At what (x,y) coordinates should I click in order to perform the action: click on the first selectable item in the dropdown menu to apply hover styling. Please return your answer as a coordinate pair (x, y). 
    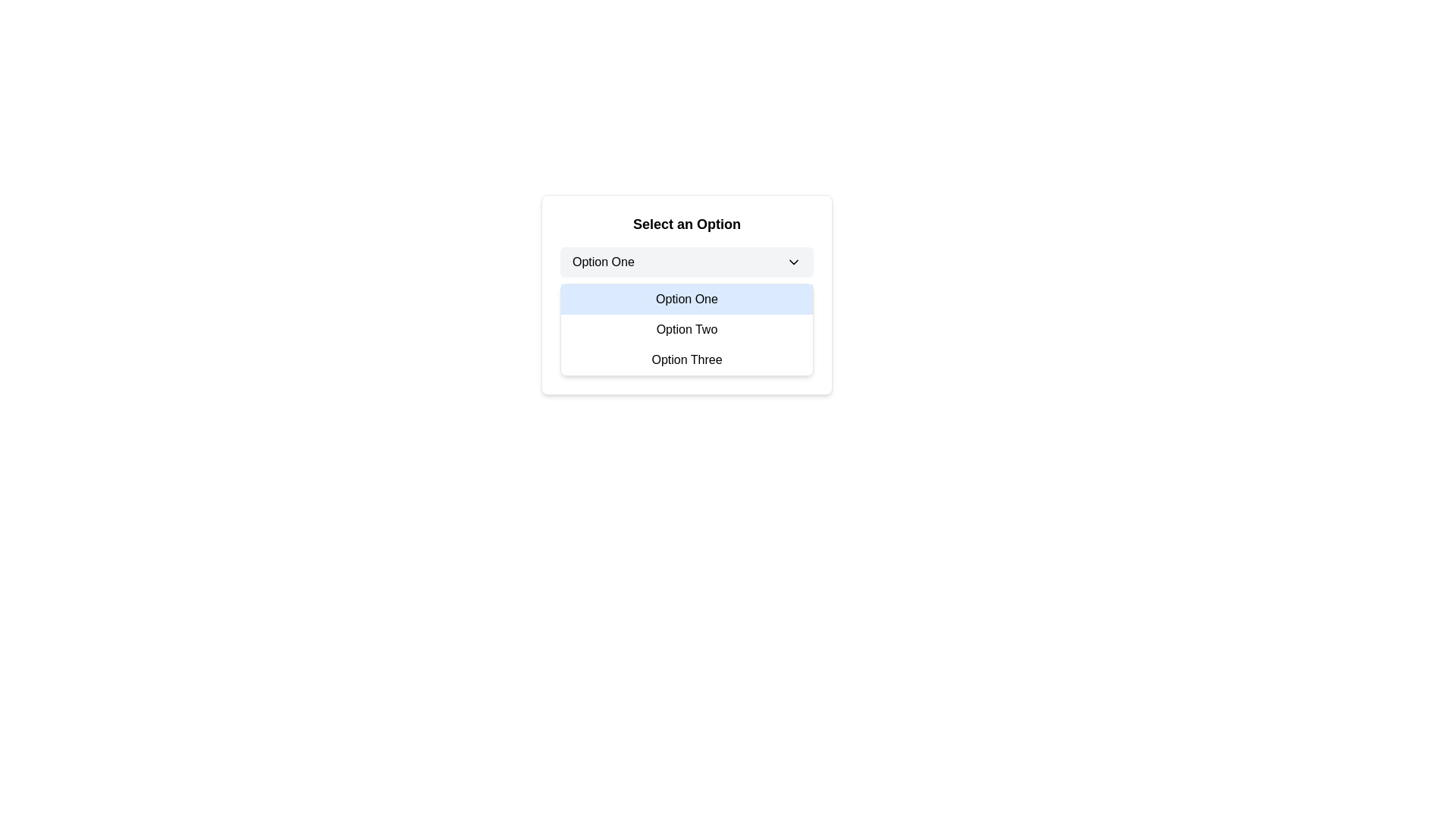
    Looking at the image, I should click on (686, 299).